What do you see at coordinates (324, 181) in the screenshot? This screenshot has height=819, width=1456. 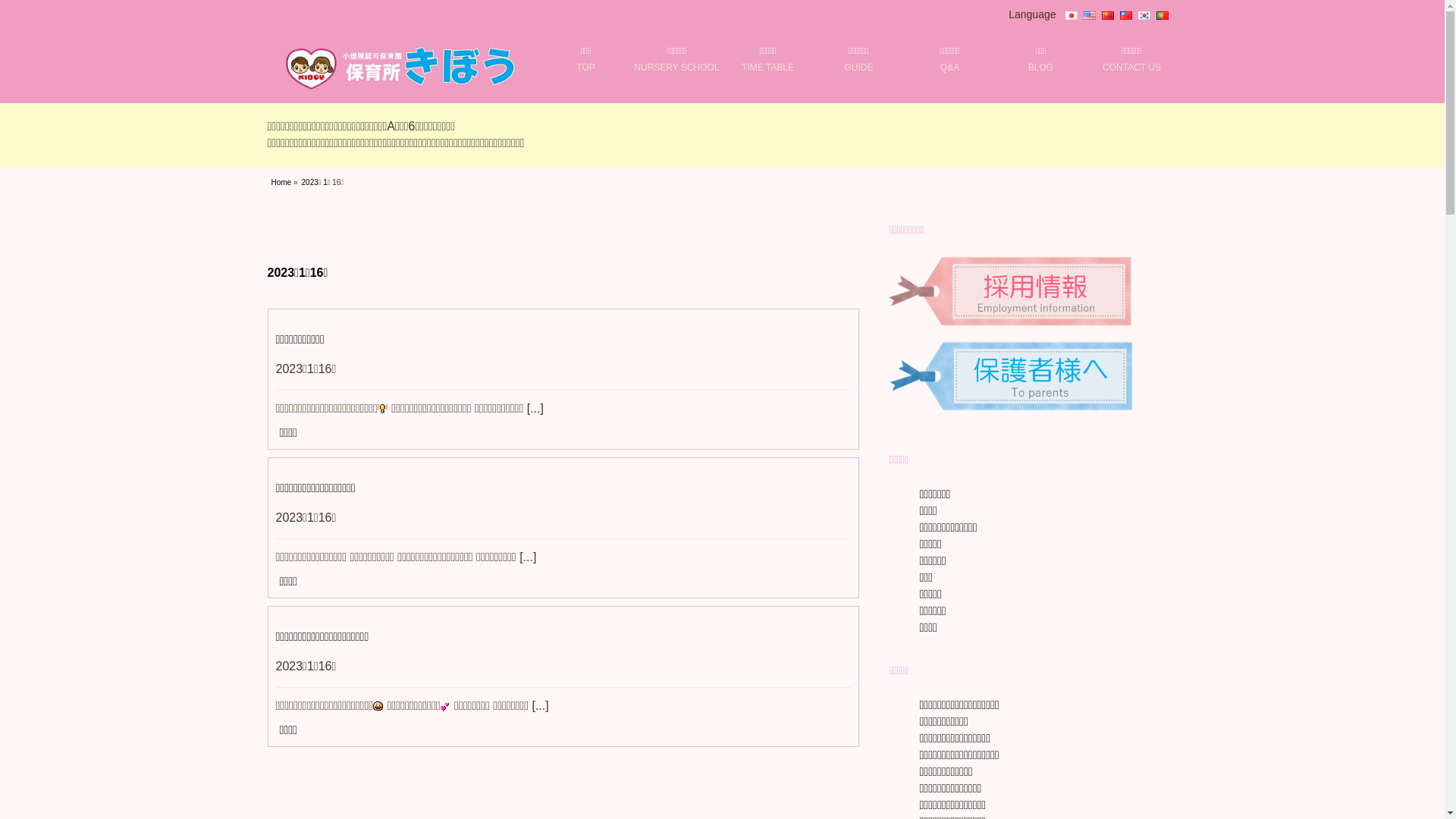 I see `'1'` at bounding box center [324, 181].